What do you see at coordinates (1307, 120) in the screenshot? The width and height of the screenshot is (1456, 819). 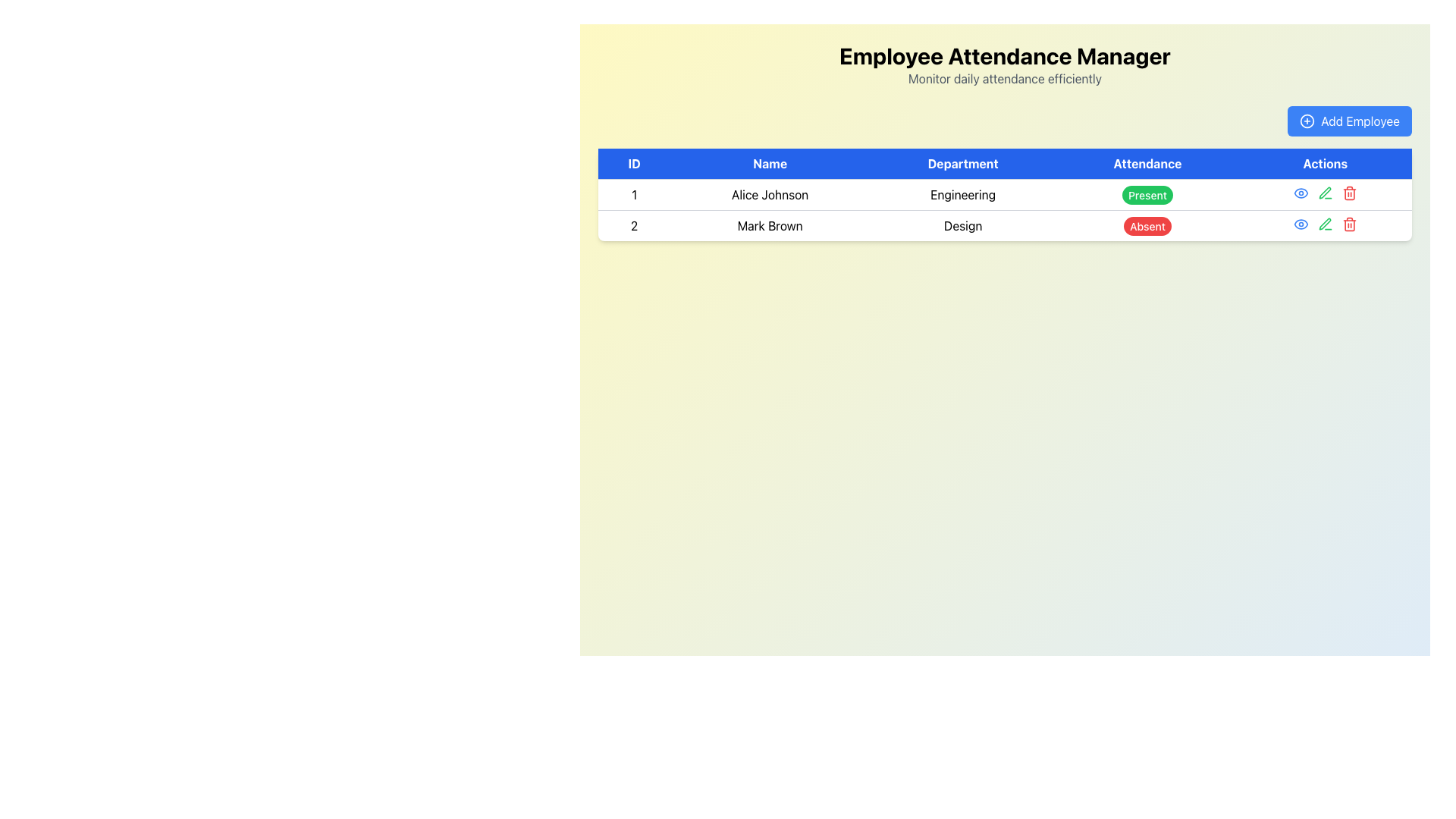 I see `the icon indicating the 'Add Employee' function located on the right side of the interface, adjacent to the button text` at bounding box center [1307, 120].